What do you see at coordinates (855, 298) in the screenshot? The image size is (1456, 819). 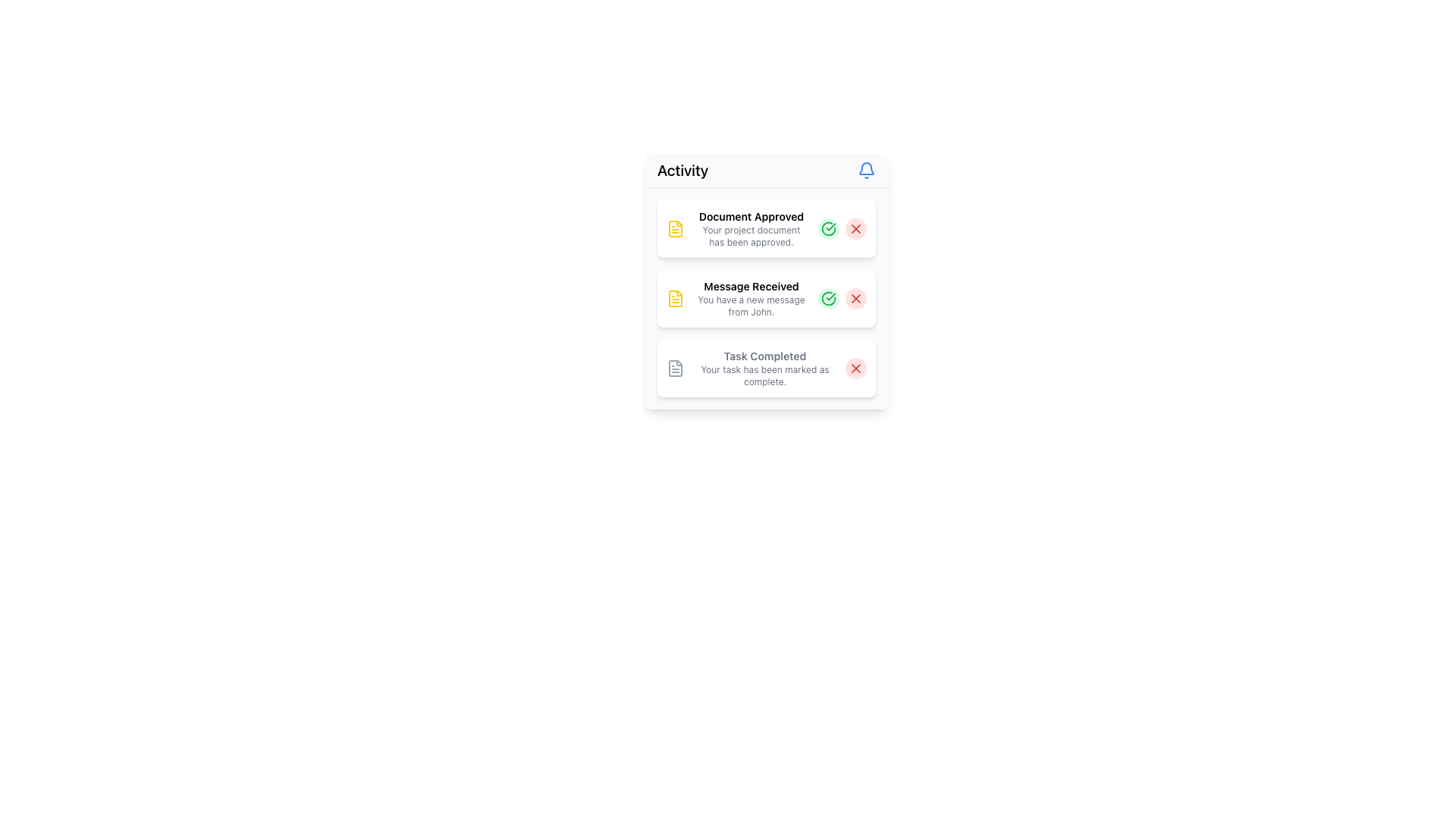 I see `the dismiss button (icon-based) located in the top-right corner of the 'Message Received' notification entry` at bounding box center [855, 298].